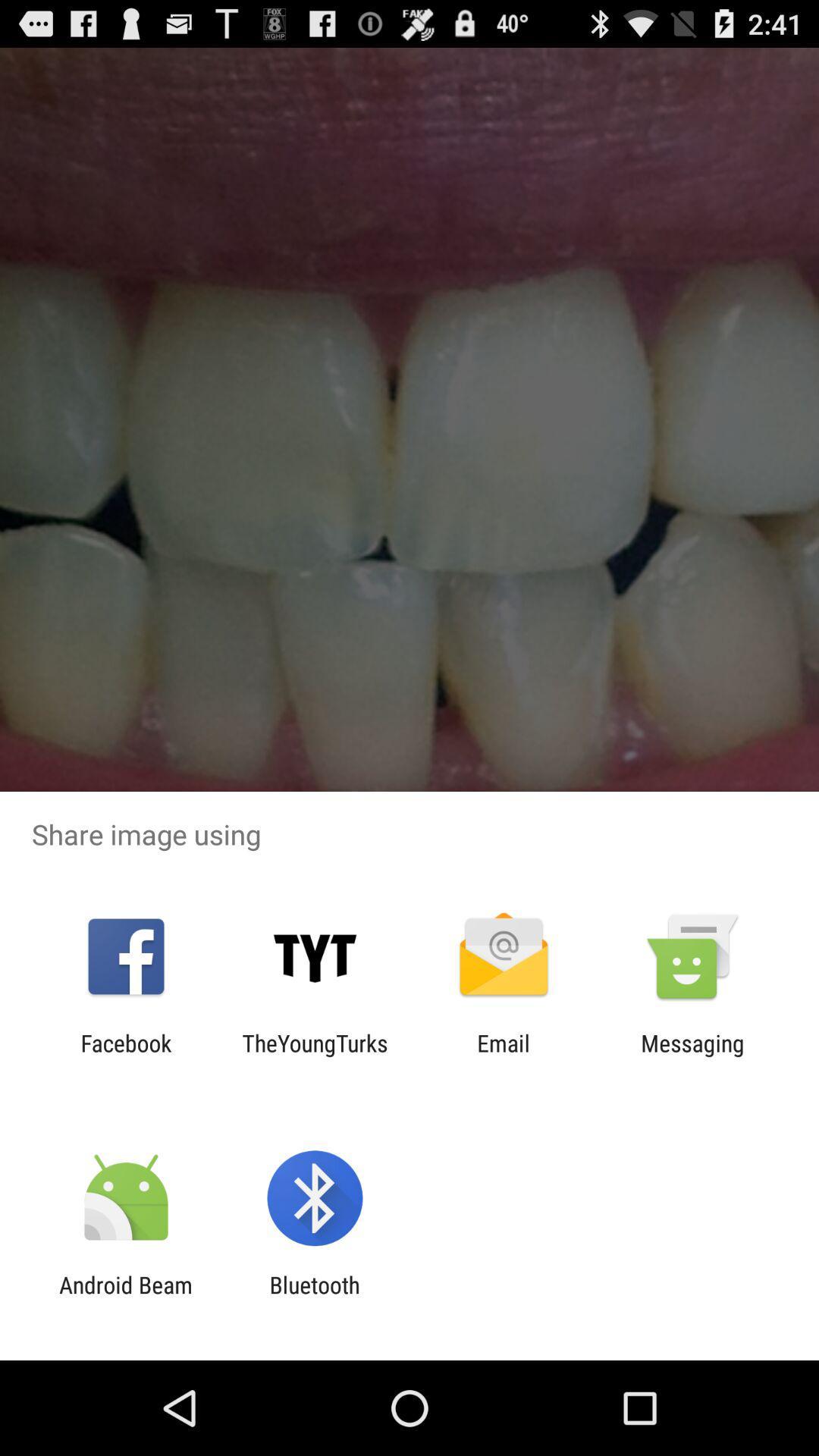 The width and height of the screenshot is (819, 1456). I want to click on the app to the right of the email icon, so click(692, 1056).